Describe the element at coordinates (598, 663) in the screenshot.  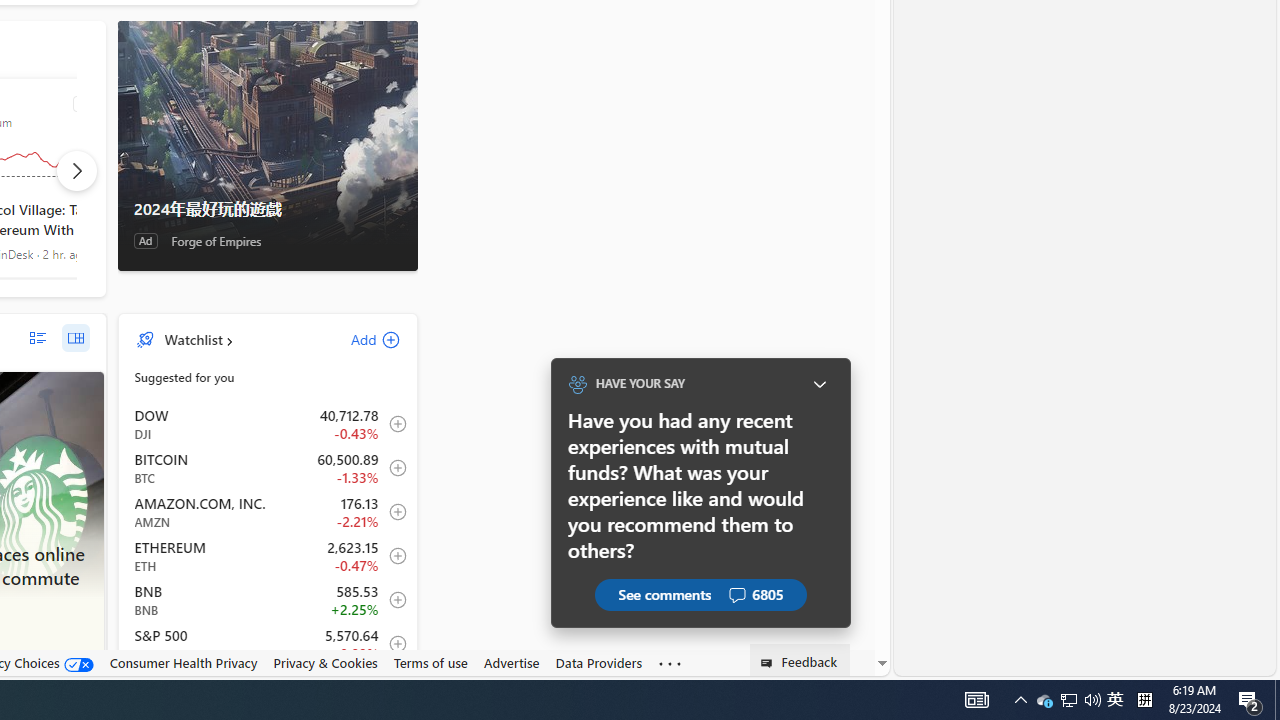
I see `'Data Providers'` at that location.